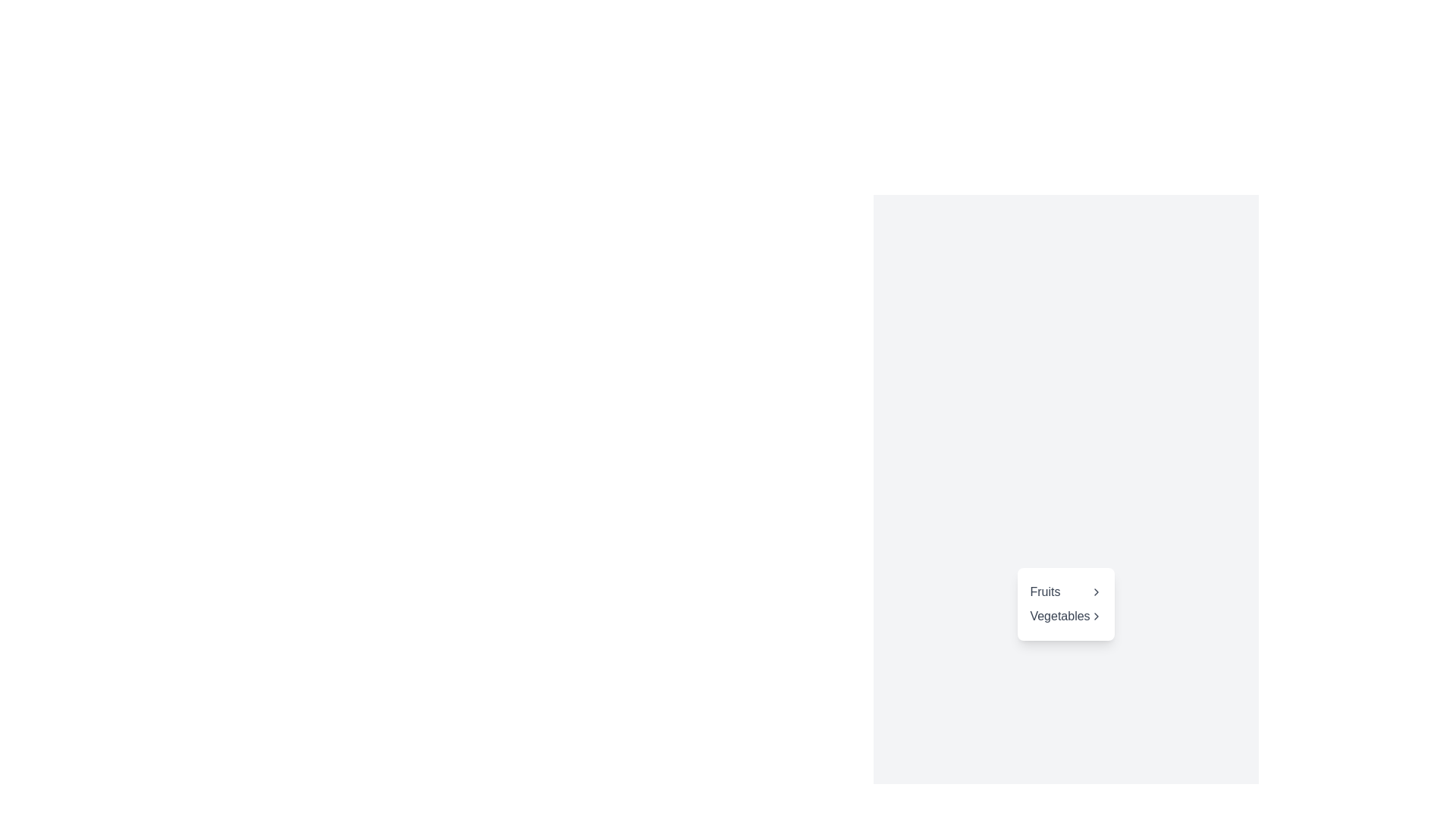  I want to click on the chevron icon located to the right of the text 'Fruits', which serves as a visual indicator for navigation, so click(1096, 591).